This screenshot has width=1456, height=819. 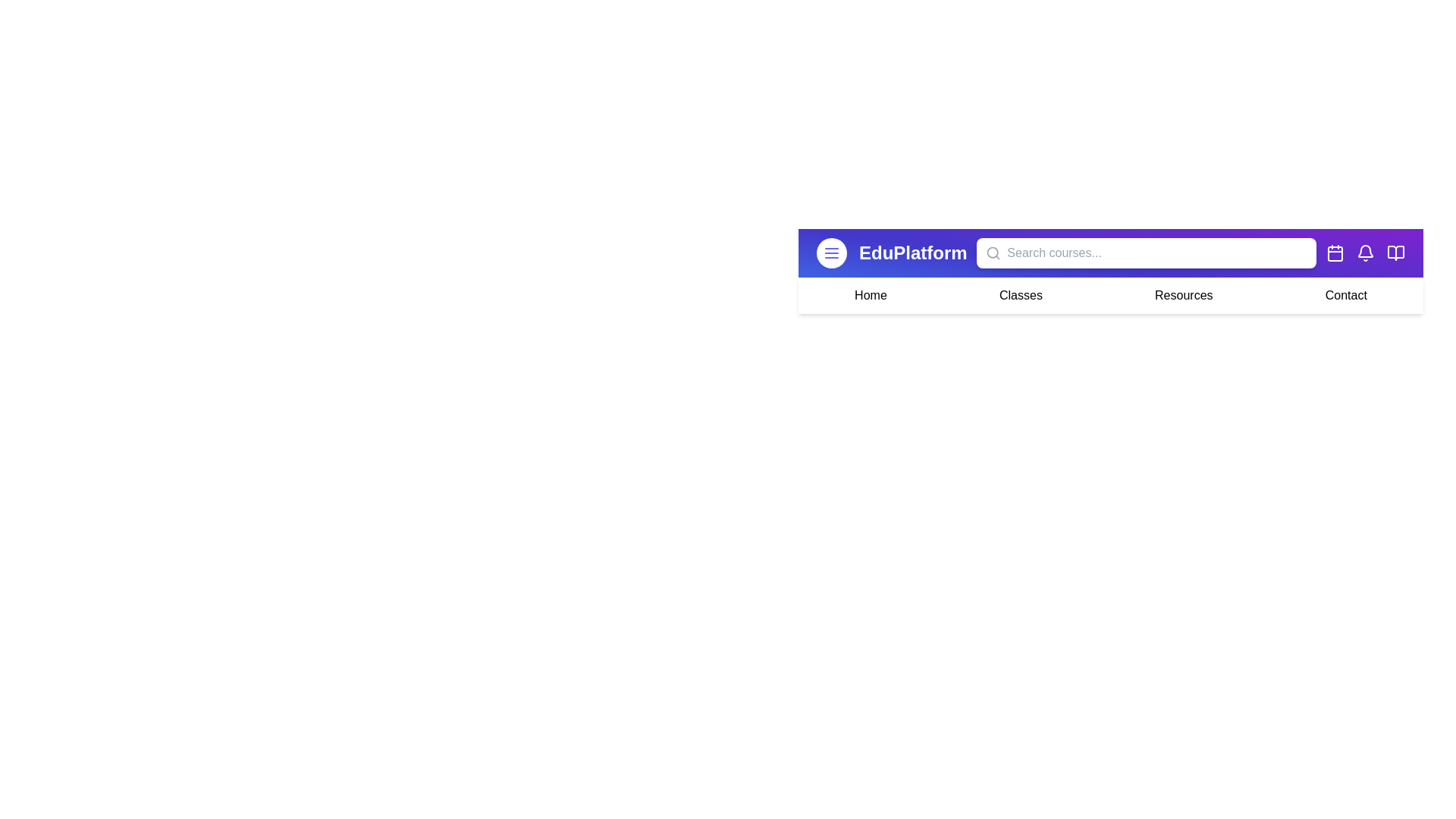 What do you see at coordinates (831, 253) in the screenshot?
I see `the menu button to toggle the menu visibility` at bounding box center [831, 253].